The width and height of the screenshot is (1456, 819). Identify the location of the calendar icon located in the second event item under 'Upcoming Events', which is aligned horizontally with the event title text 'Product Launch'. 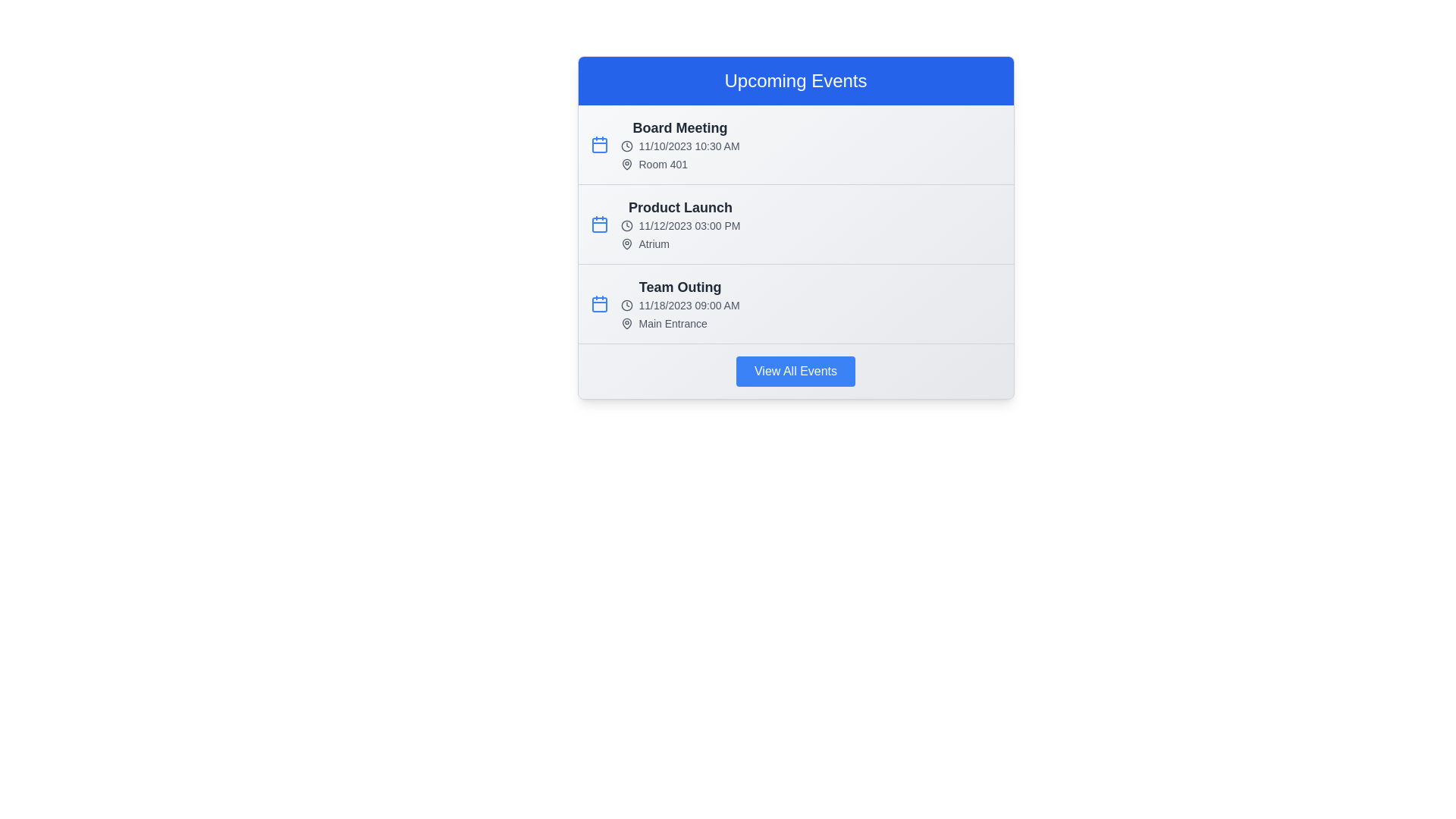
(598, 224).